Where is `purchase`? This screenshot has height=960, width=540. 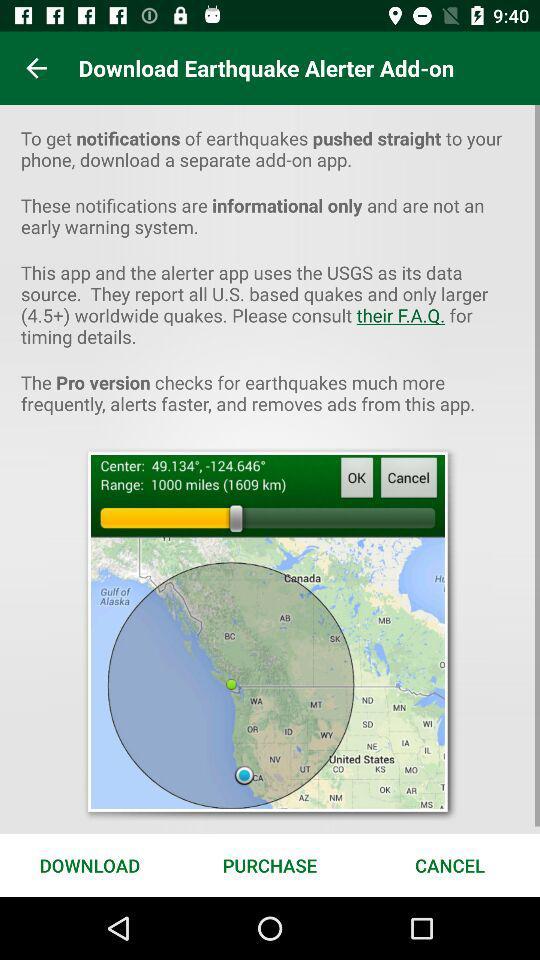 purchase is located at coordinates (270, 864).